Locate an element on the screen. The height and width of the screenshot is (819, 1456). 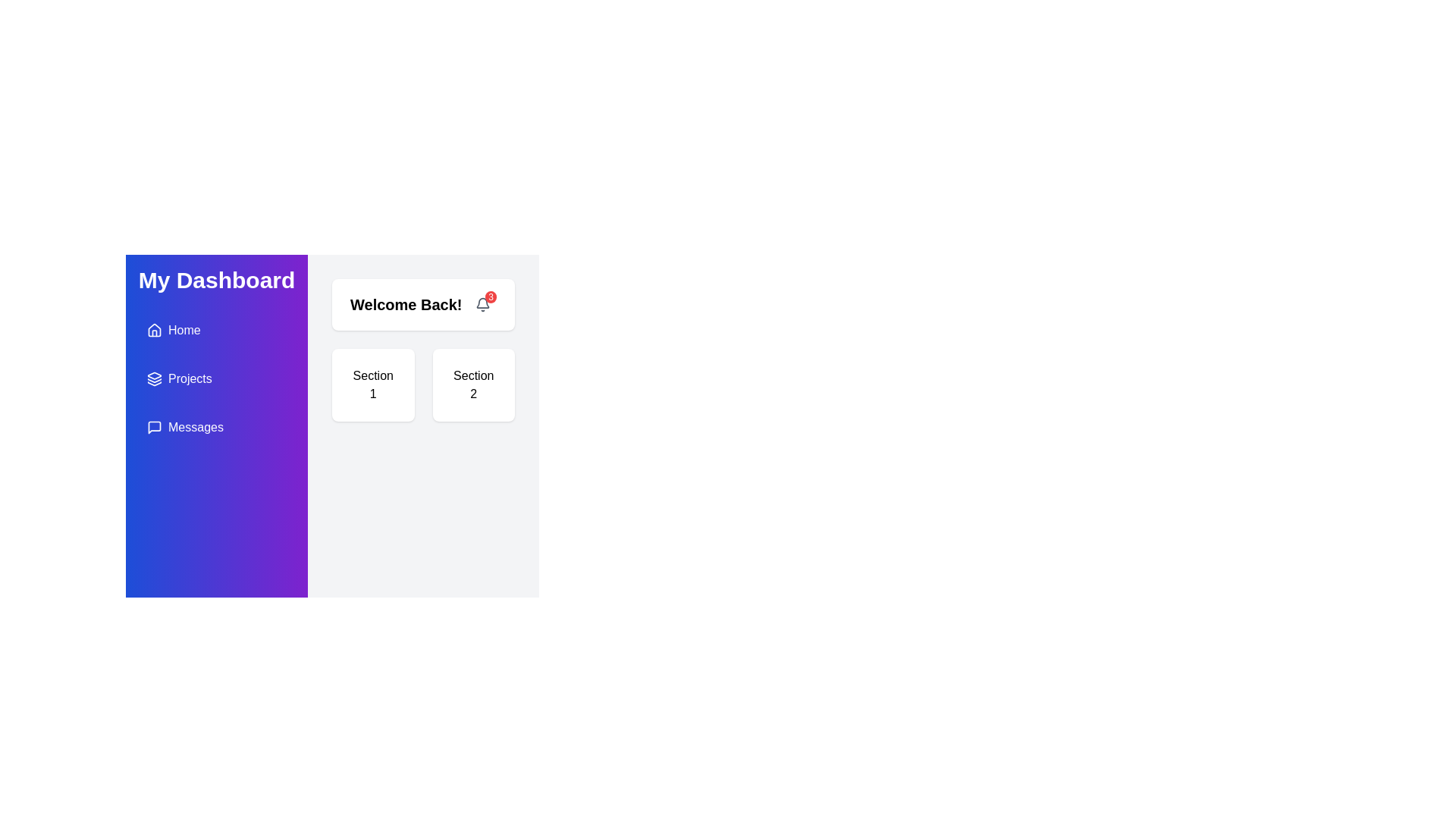
the bottom-most segment of the SVG graphic in the sidebar under the 'Projects' section of the dashboard interface is located at coordinates (154, 383).